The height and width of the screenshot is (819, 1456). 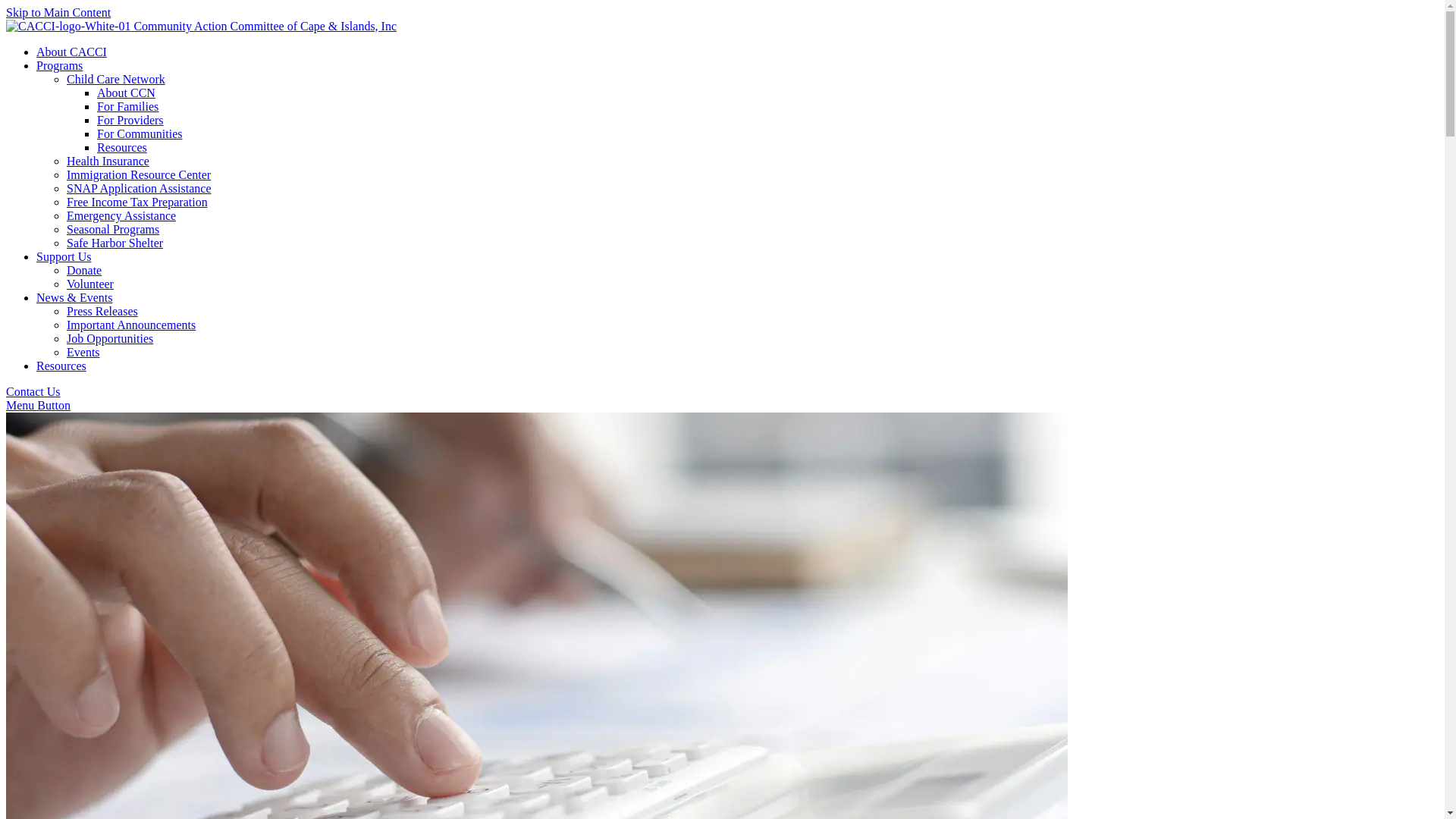 I want to click on 'Job Opportunities', so click(x=65, y=337).